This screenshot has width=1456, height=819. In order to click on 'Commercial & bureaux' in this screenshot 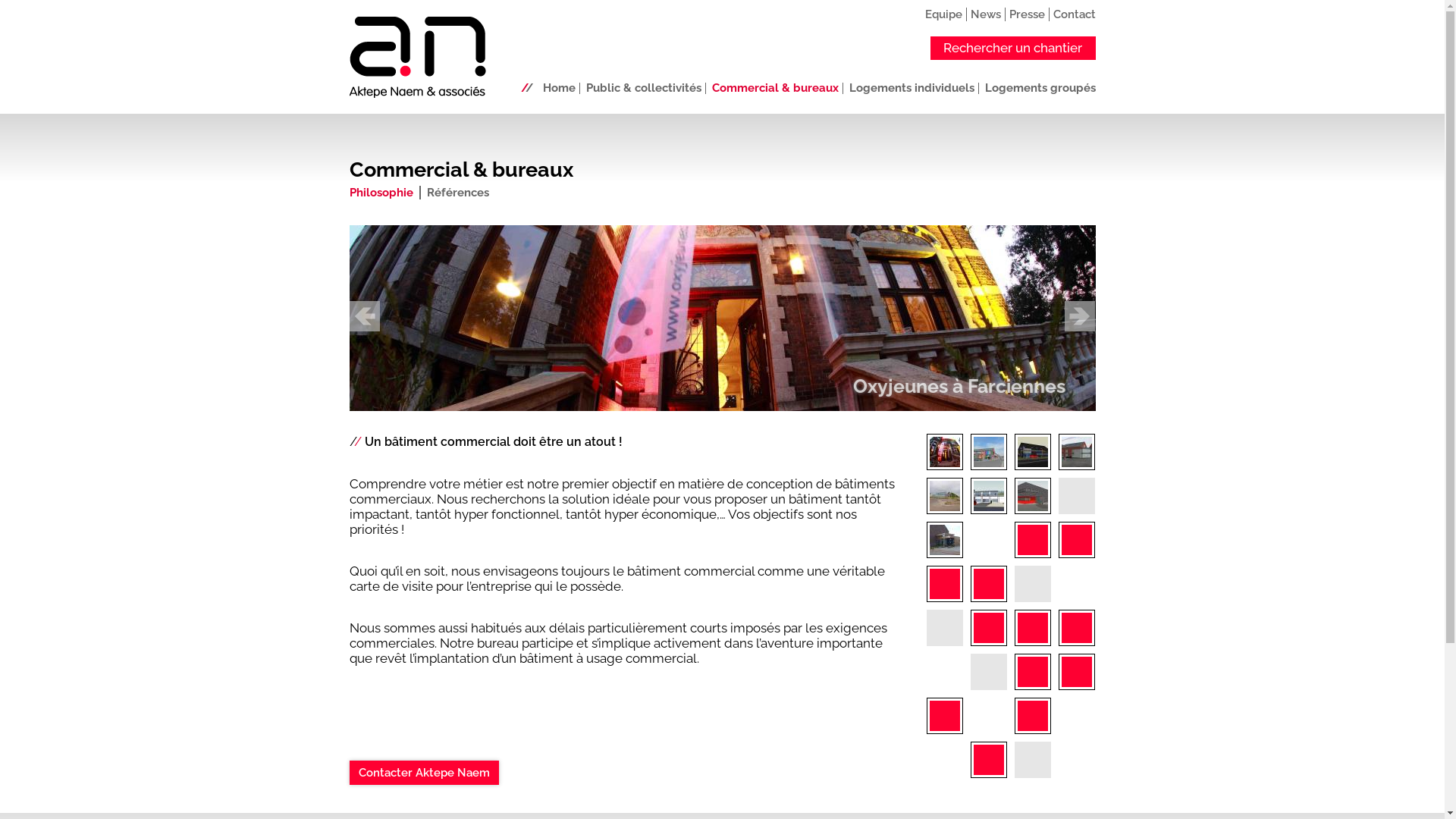, I will do `click(774, 87)`.